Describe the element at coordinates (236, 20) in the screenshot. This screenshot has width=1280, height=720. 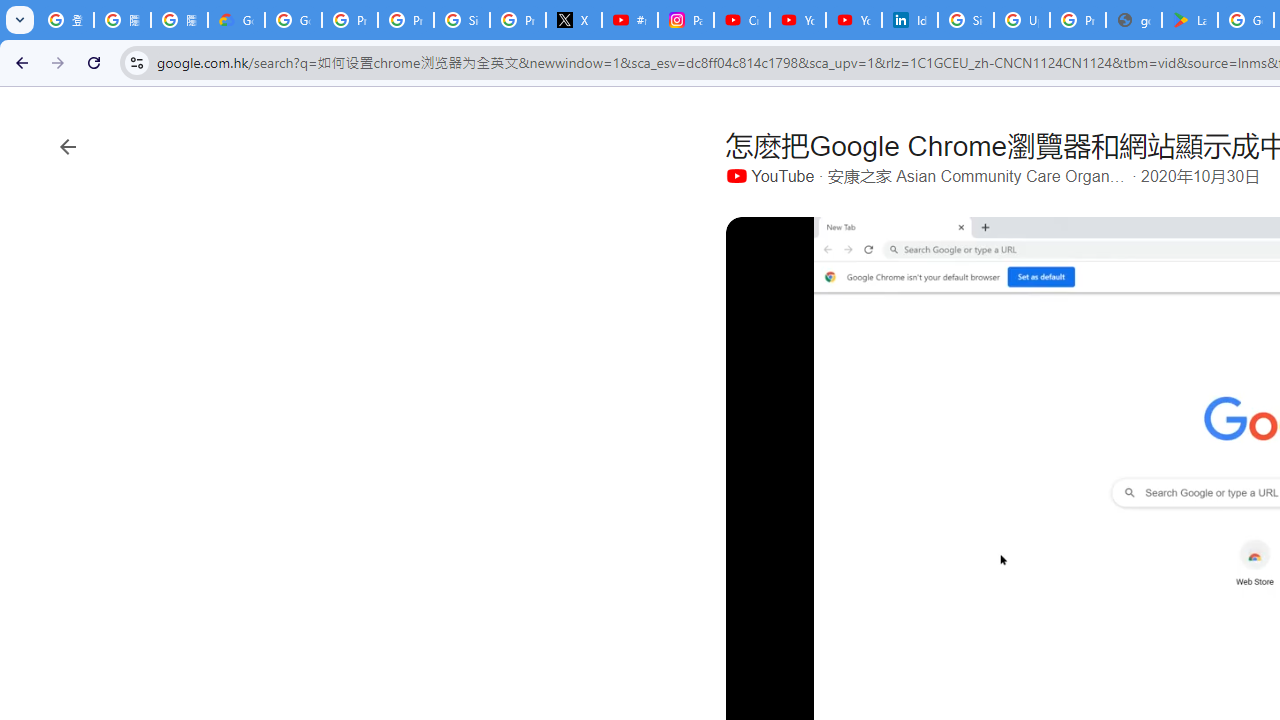
I see `'Google Cloud Privacy Notice'` at that location.